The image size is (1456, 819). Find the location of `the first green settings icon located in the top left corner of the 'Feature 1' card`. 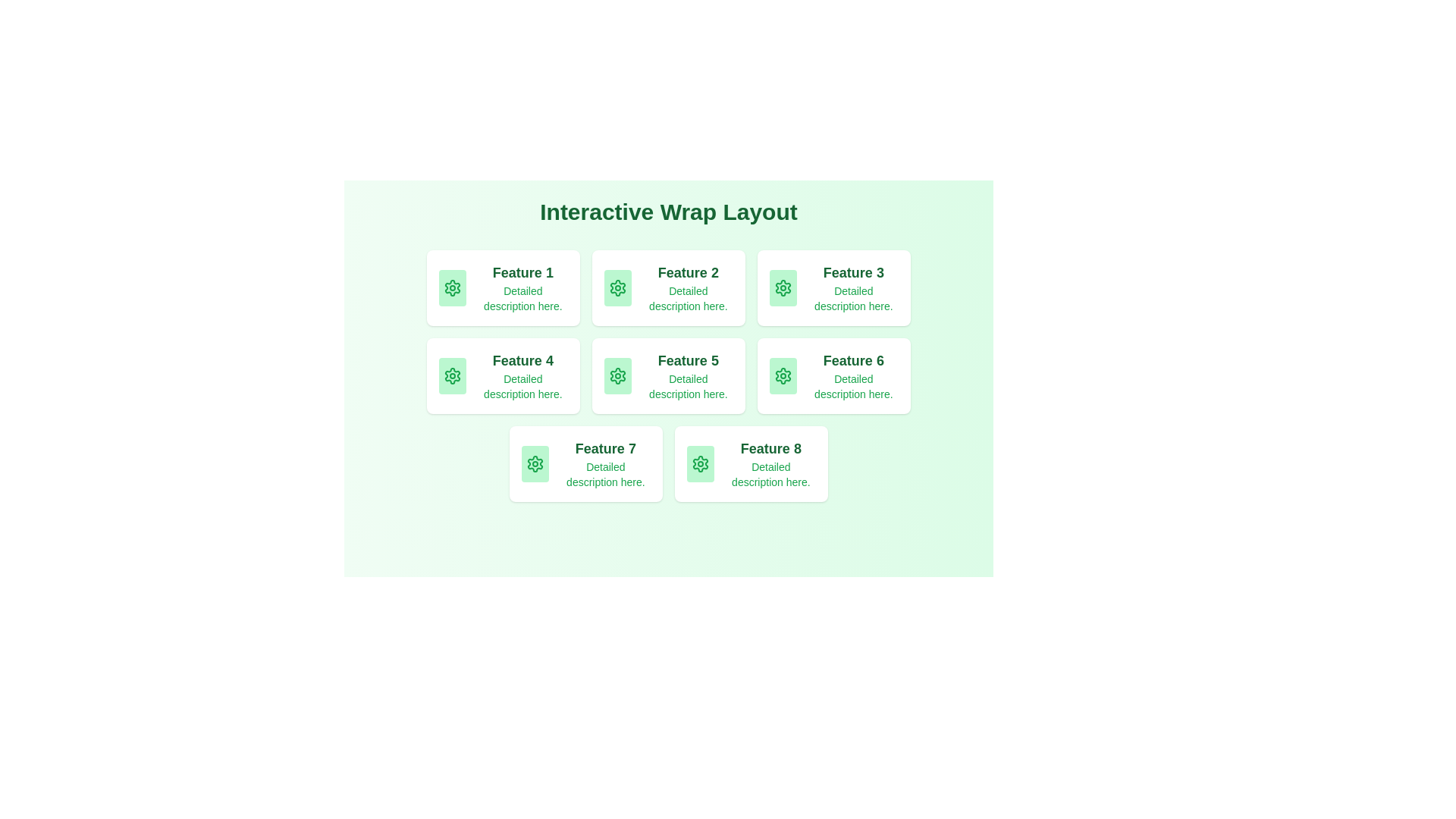

the first green settings icon located in the top left corner of the 'Feature 1' card is located at coordinates (451, 288).